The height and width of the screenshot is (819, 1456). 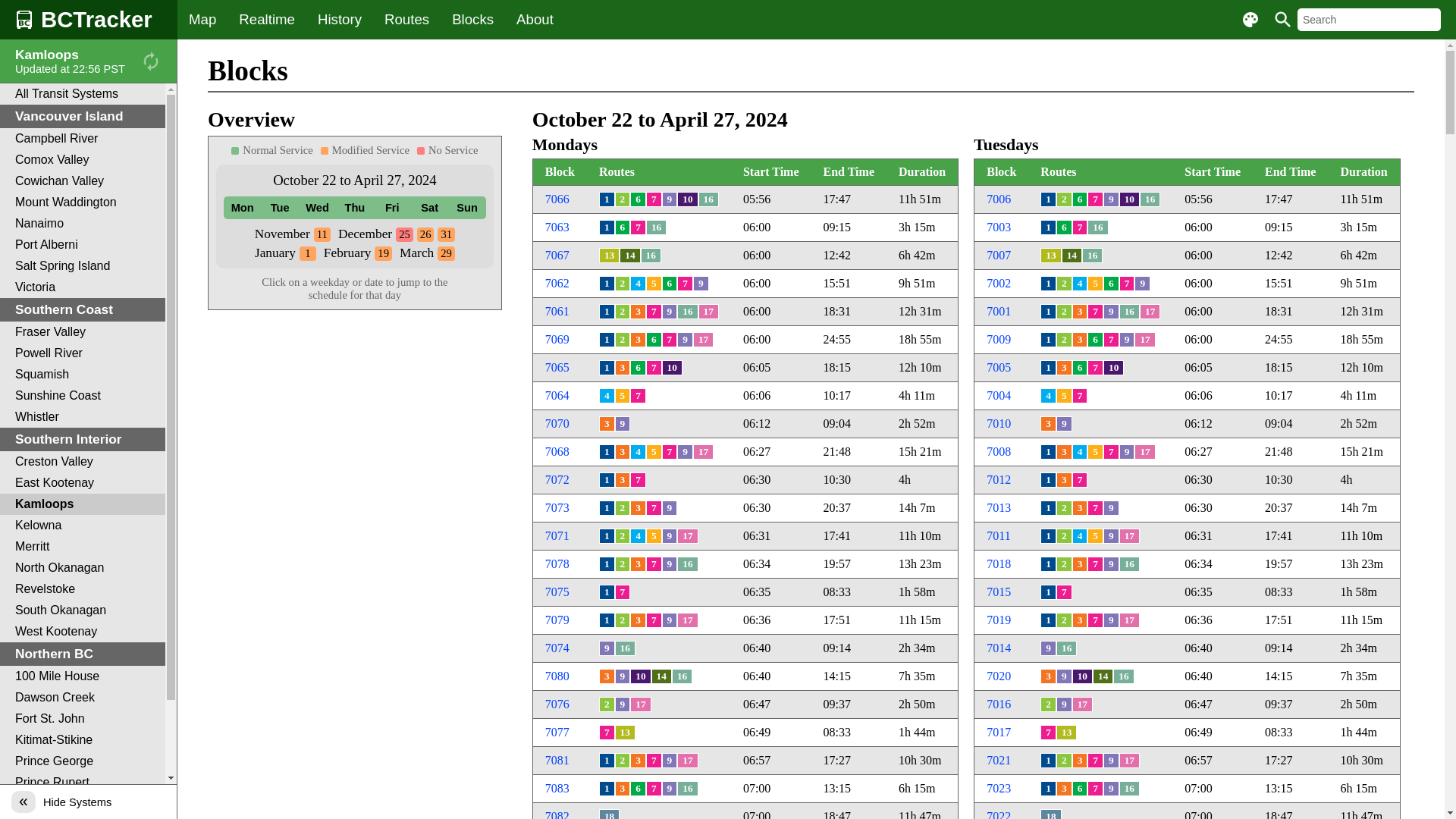 I want to click on '1', so click(x=607, y=591).